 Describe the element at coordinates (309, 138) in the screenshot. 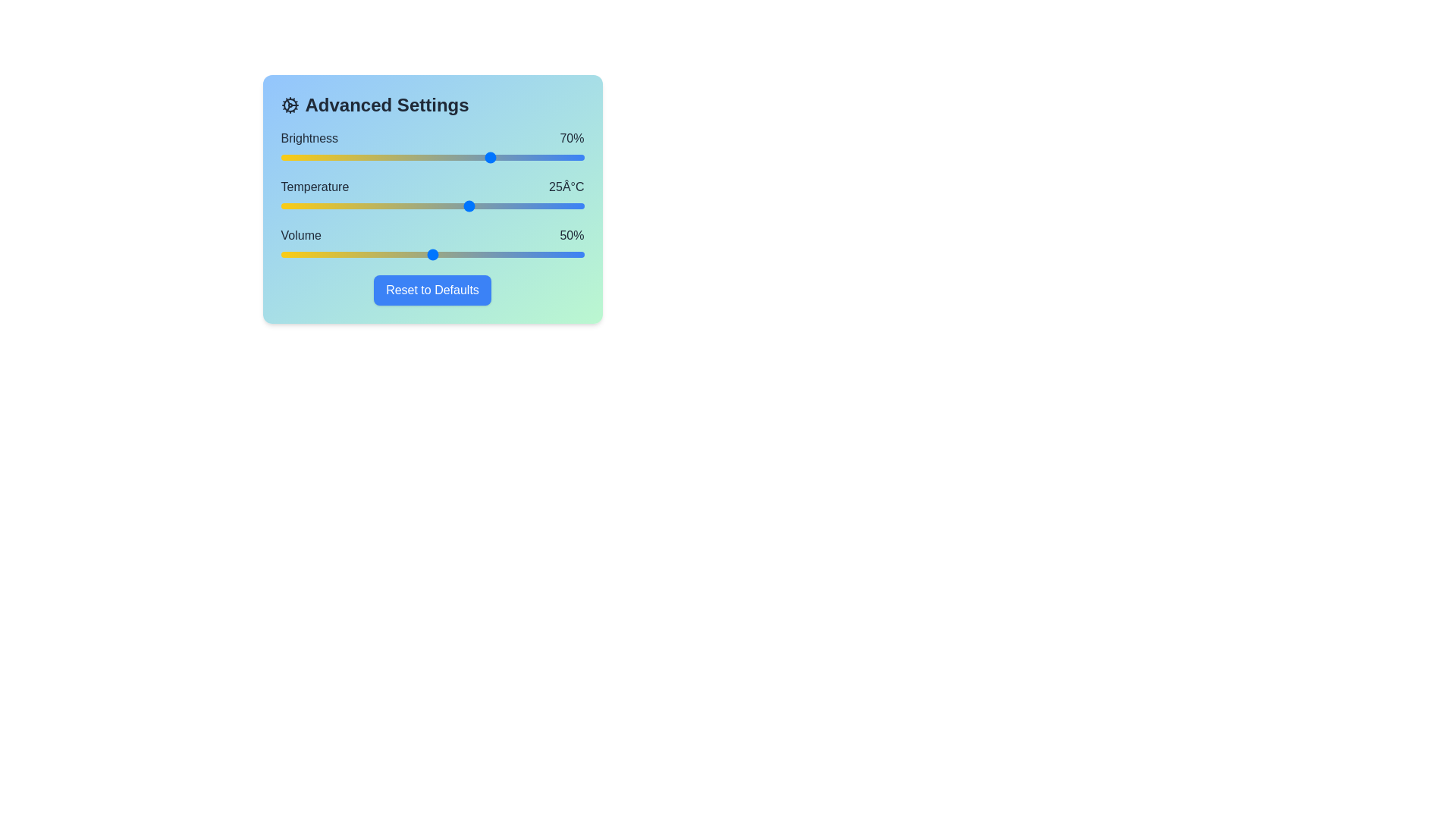

I see `the text label Brightness to select it` at that location.